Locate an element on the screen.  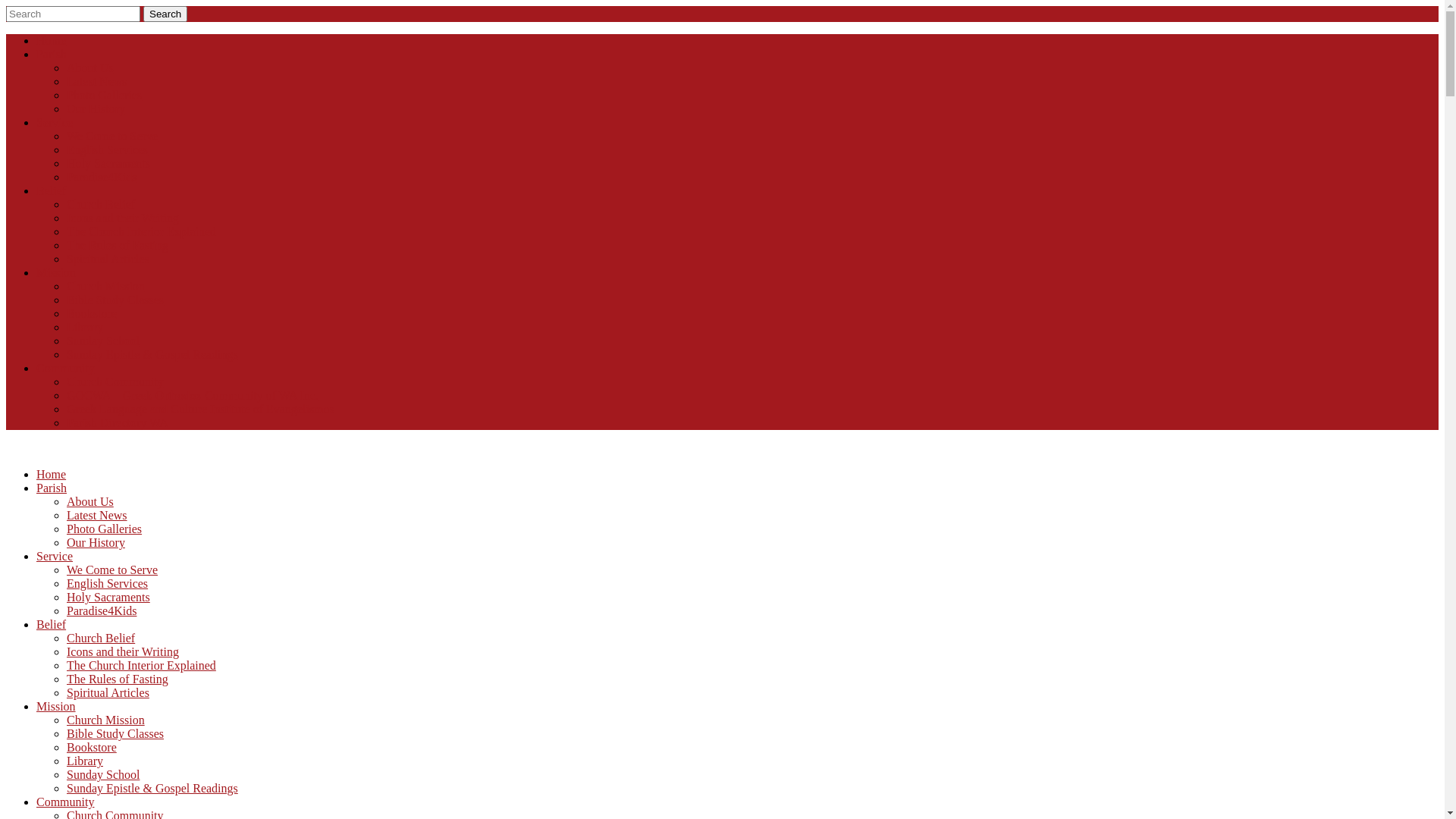
'Parish' is located at coordinates (36, 53).